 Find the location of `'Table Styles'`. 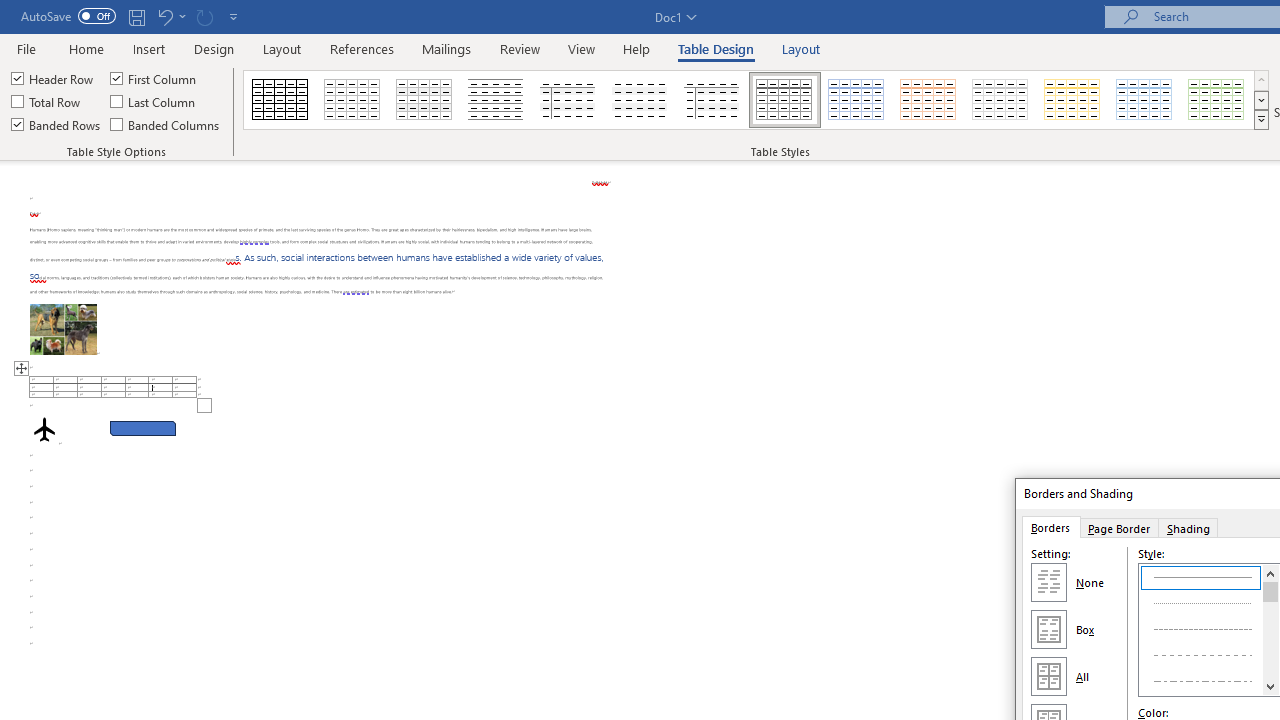

'Table Styles' is located at coordinates (1260, 120).